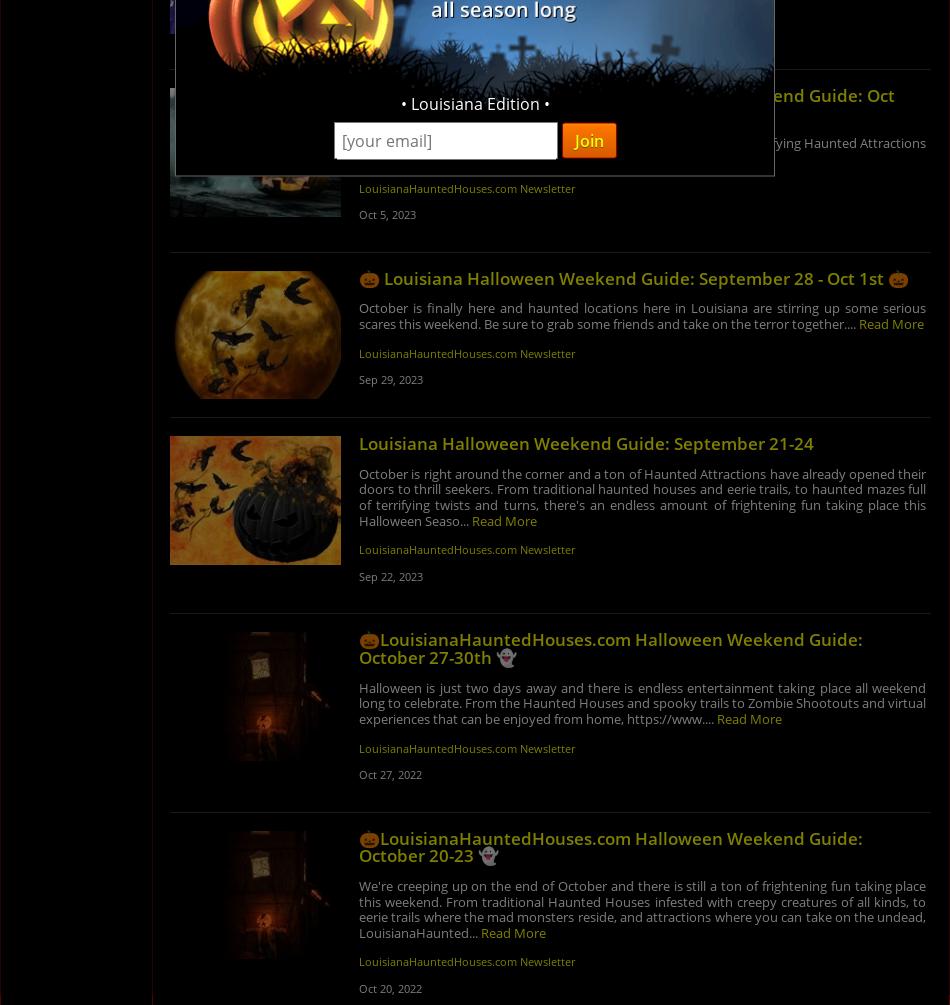  What do you see at coordinates (385, 213) in the screenshot?
I see `'Oct 5, 2023'` at bounding box center [385, 213].